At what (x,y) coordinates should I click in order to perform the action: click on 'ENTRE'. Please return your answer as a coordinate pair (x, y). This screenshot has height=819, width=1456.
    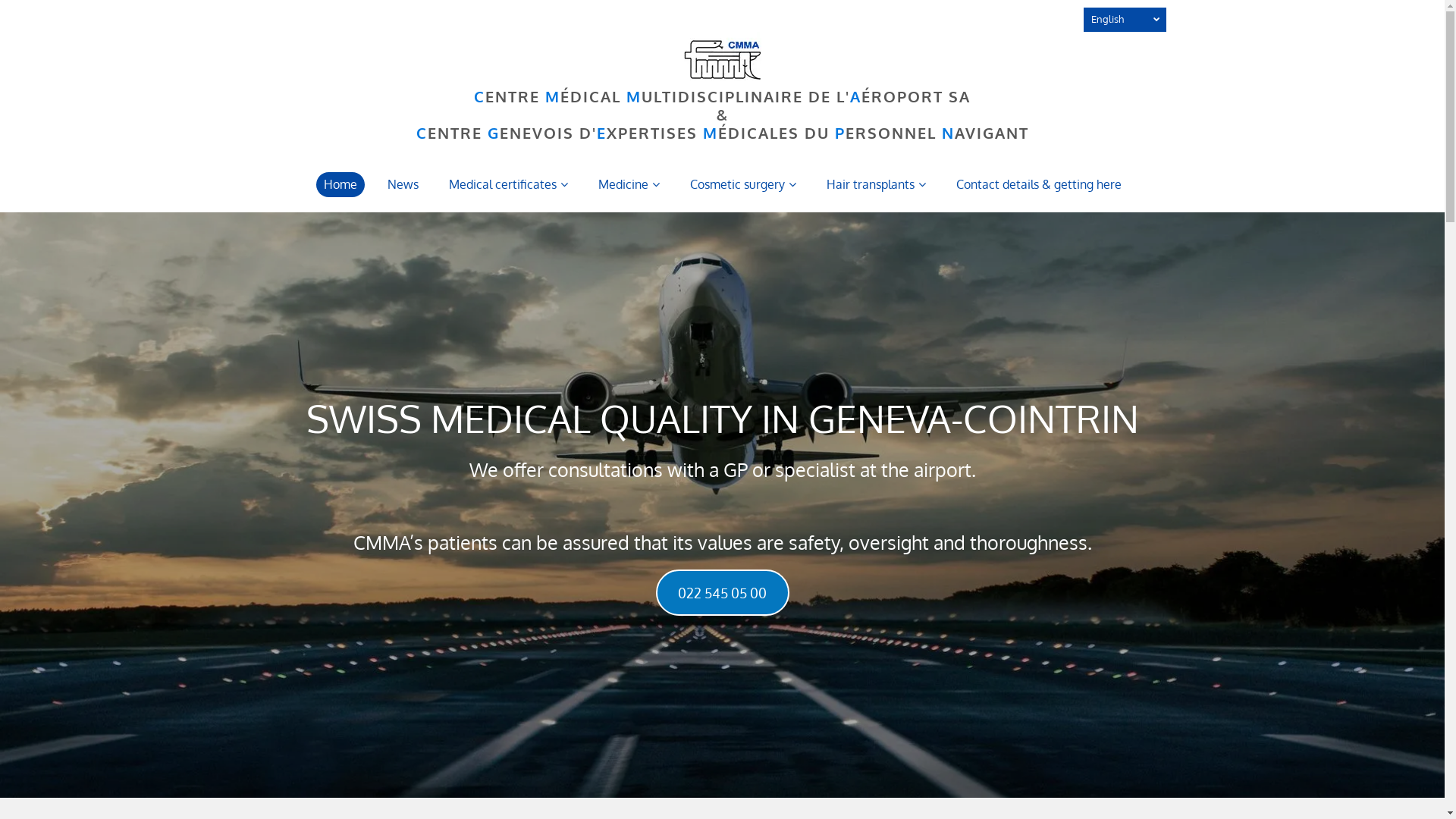
    Looking at the image, I should click on (484, 96).